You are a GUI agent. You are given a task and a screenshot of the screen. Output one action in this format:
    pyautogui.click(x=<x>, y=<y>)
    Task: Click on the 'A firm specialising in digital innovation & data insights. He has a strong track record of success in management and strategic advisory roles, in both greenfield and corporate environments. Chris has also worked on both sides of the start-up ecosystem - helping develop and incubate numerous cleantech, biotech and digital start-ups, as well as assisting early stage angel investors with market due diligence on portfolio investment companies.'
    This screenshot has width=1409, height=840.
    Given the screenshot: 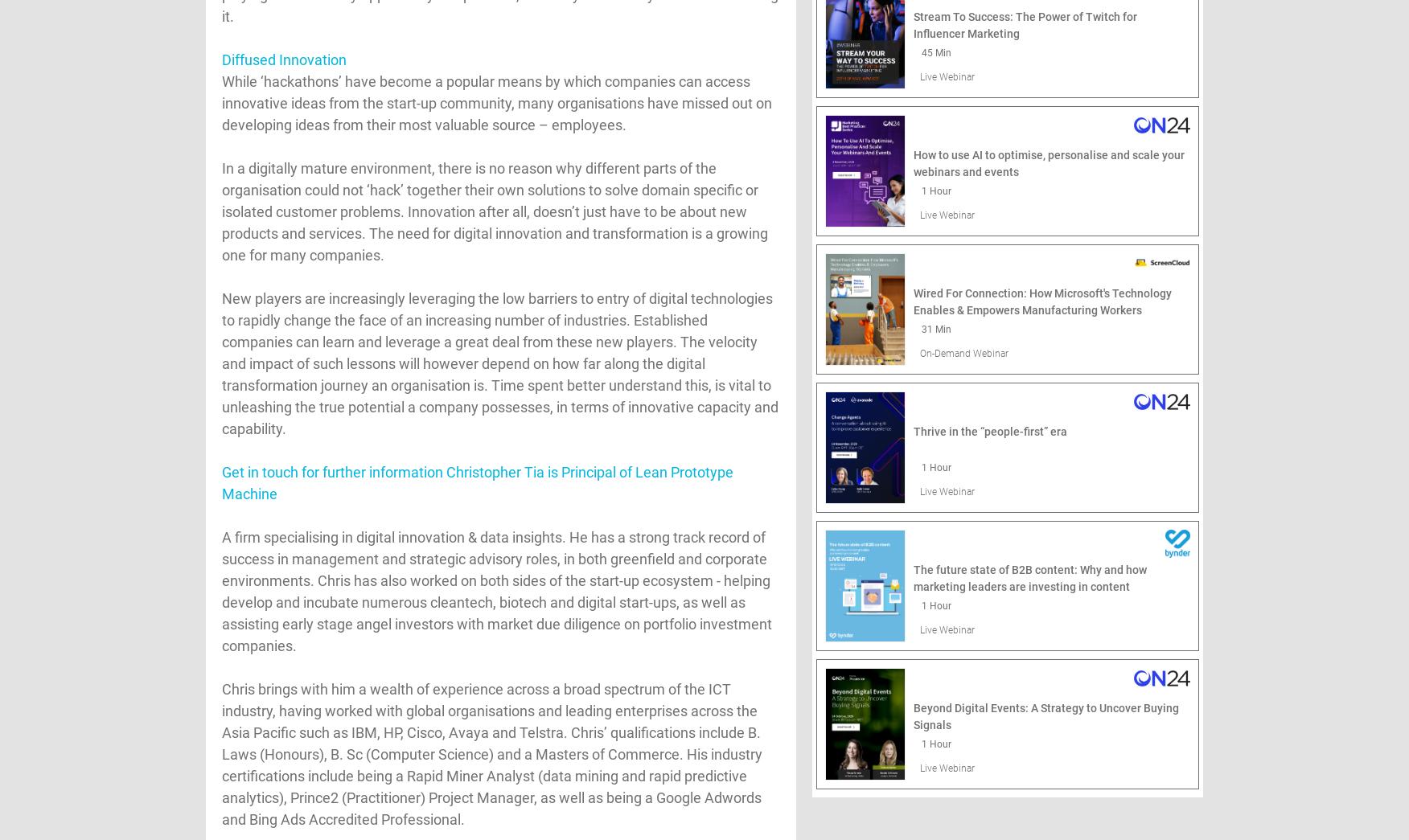 What is the action you would take?
    pyautogui.click(x=496, y=590)
    